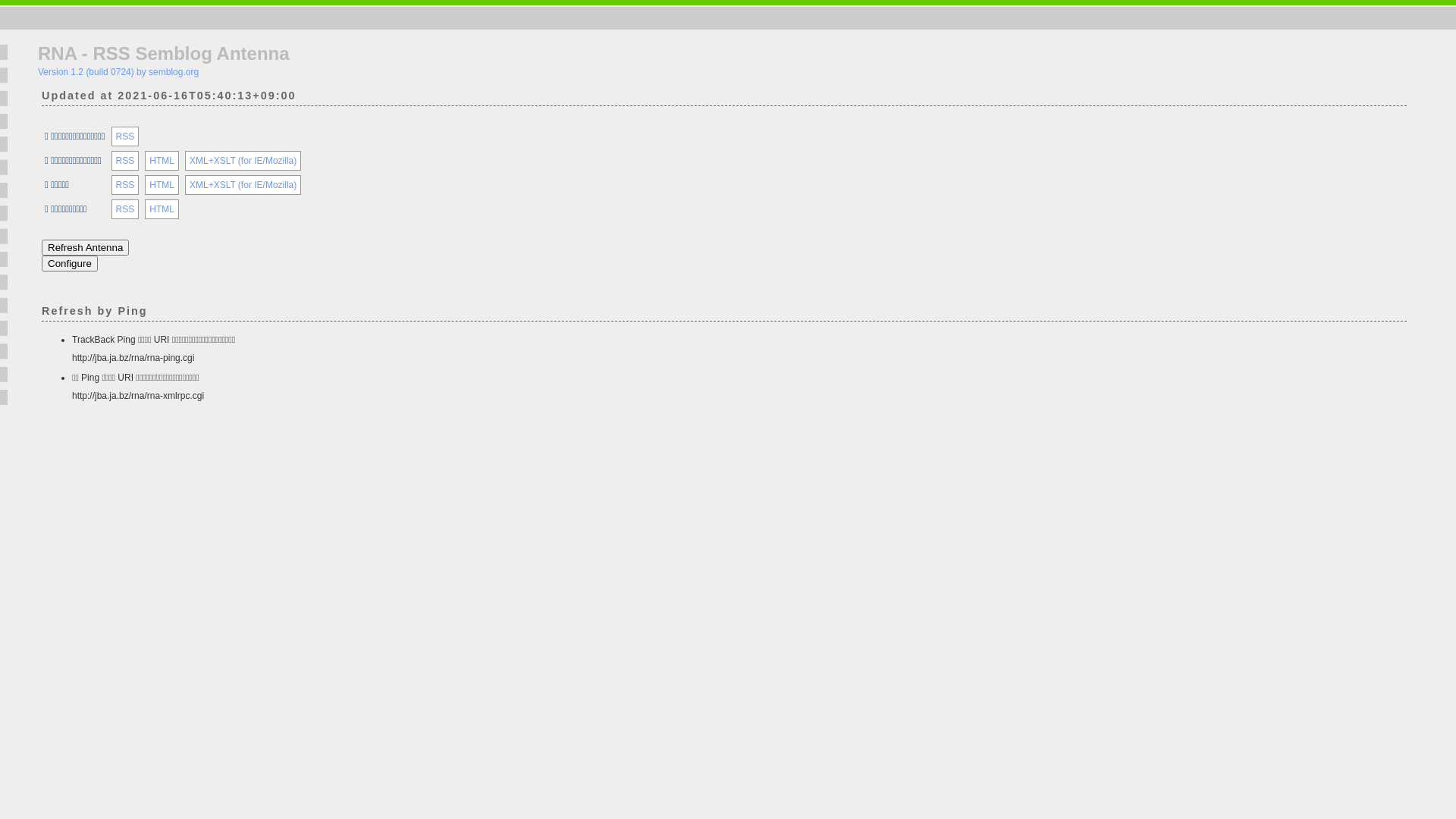  Describe the element at coordinates (84, 246) in the screenshot. I see `'Refresh Antenna'` at that location.